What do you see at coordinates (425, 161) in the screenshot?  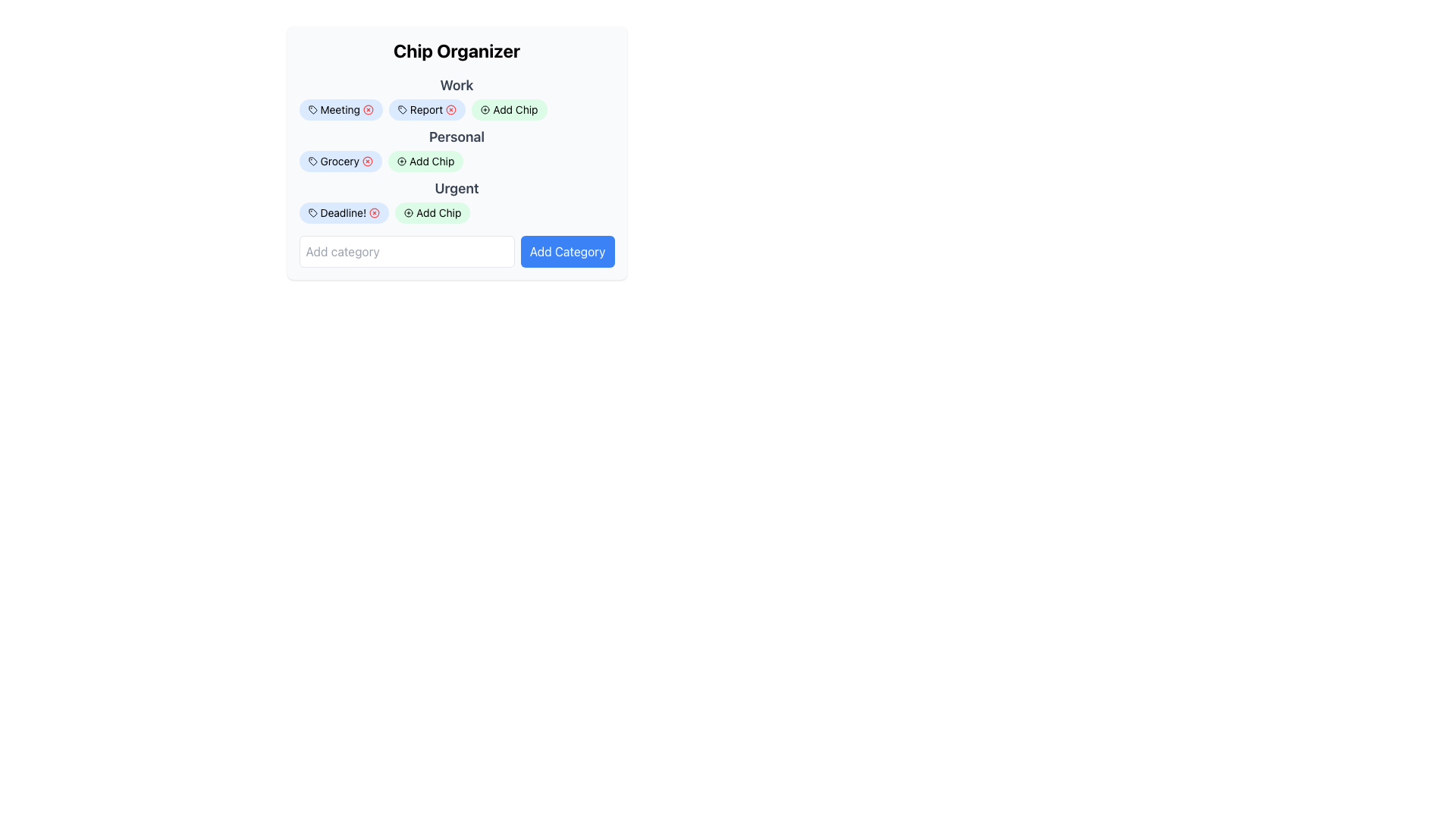 I see `the 'Add Chip' button with a green background and a plus icon, located` at bounding box center [425, 161].